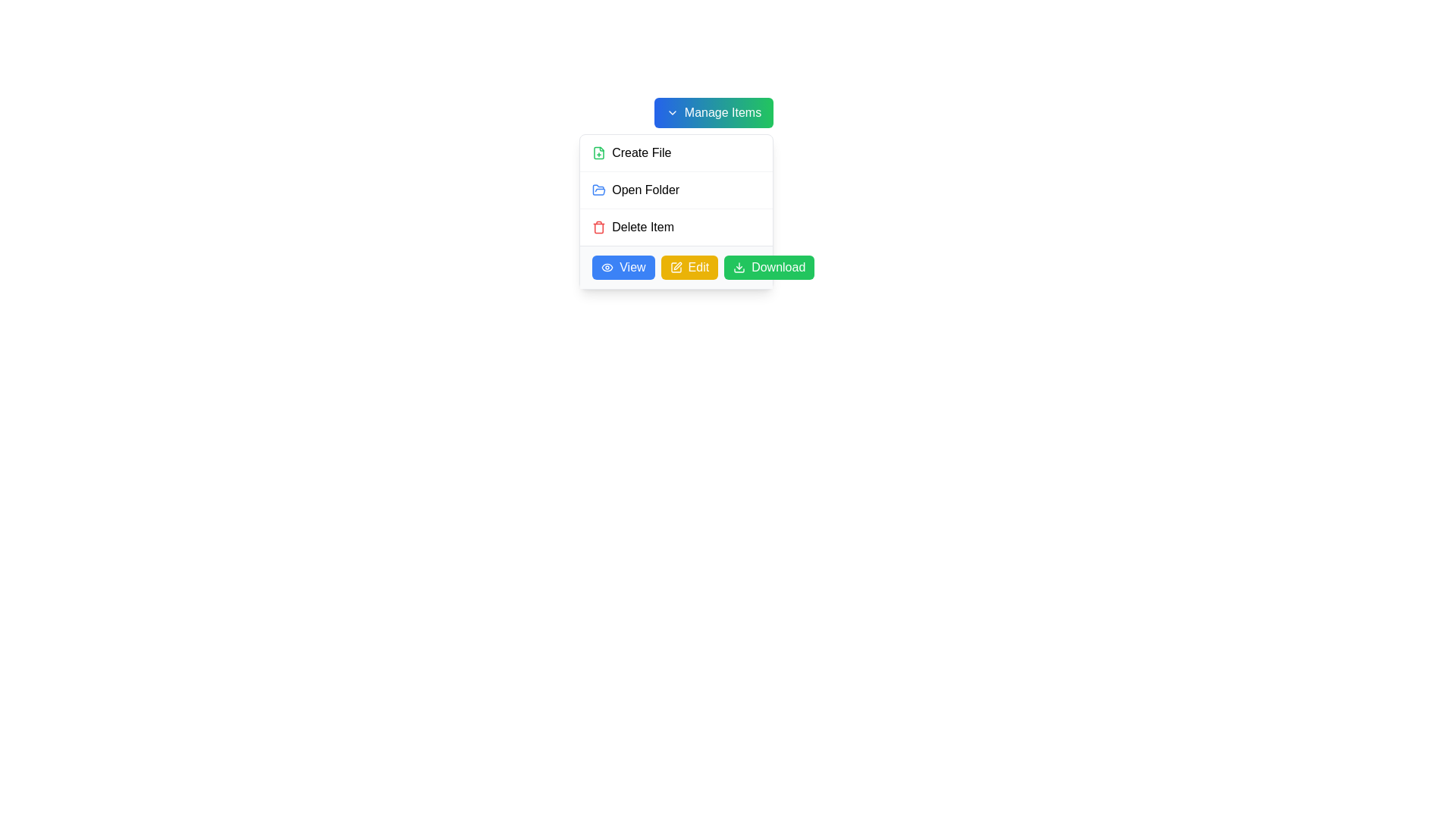 The image size is (1456, 819). What do you see at coordinates (676, 212) in the screenshot?
I see `the third item in the dropdown menu under the 'Manage Items' button` at bounding box center [676, 212].